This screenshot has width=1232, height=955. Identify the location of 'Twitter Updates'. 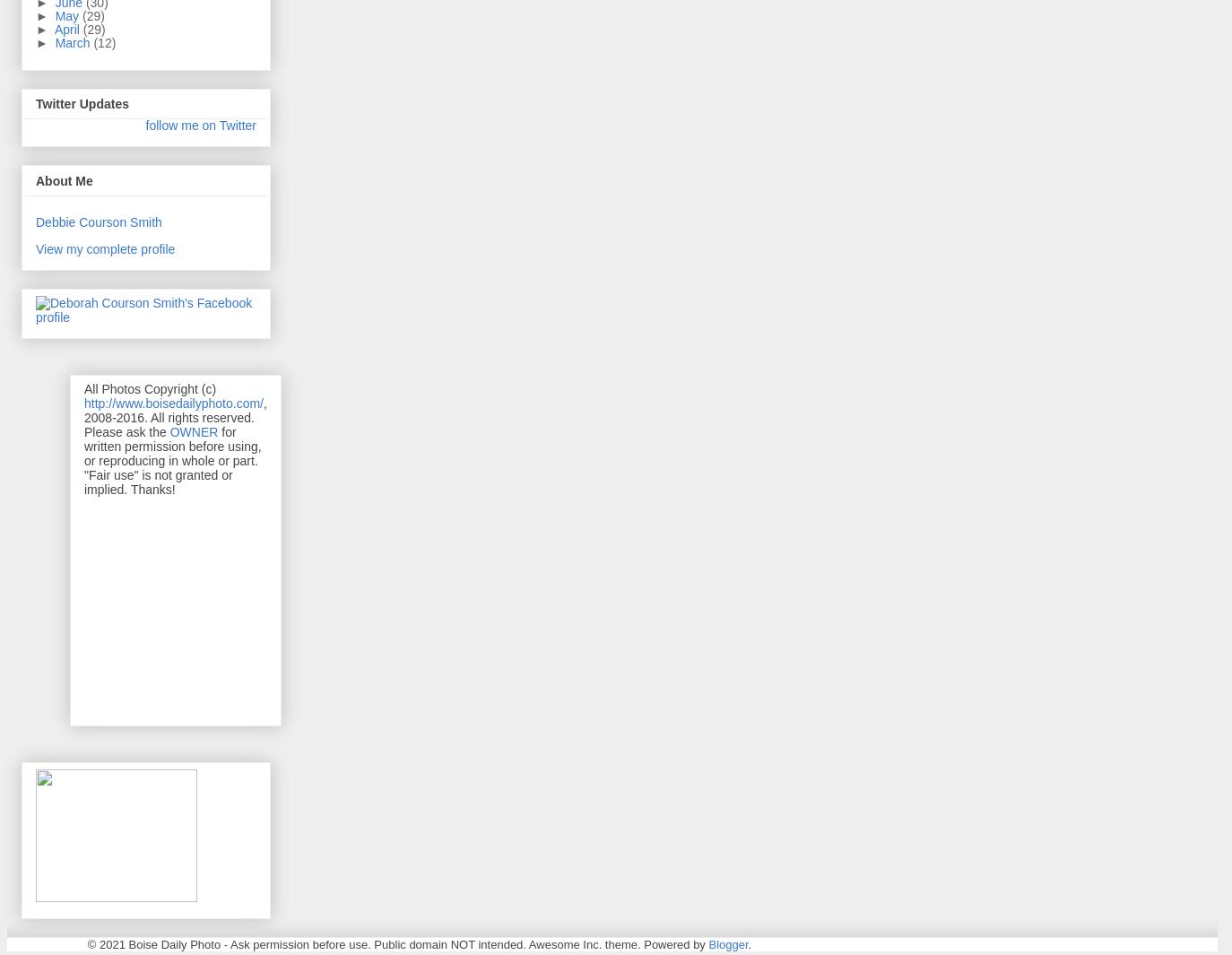
(34, 102).